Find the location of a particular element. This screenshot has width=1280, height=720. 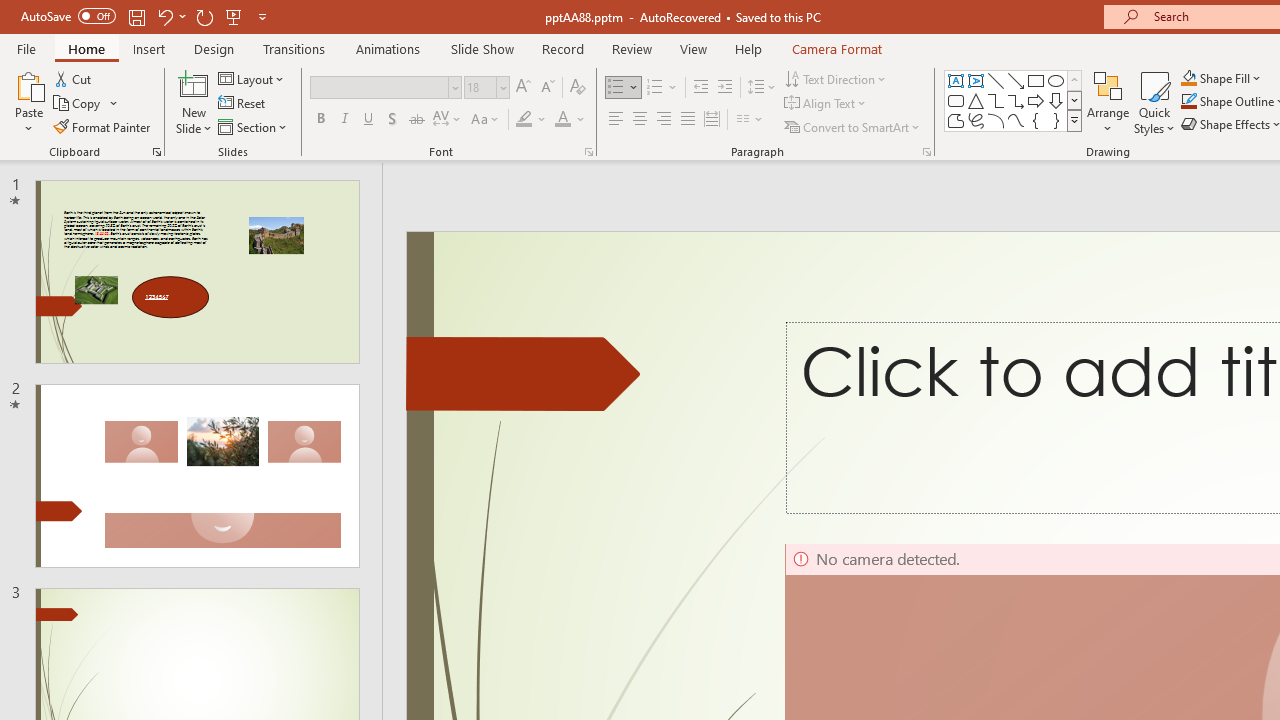

'Convert to SmartArt' is located at coordinates (853, 127).